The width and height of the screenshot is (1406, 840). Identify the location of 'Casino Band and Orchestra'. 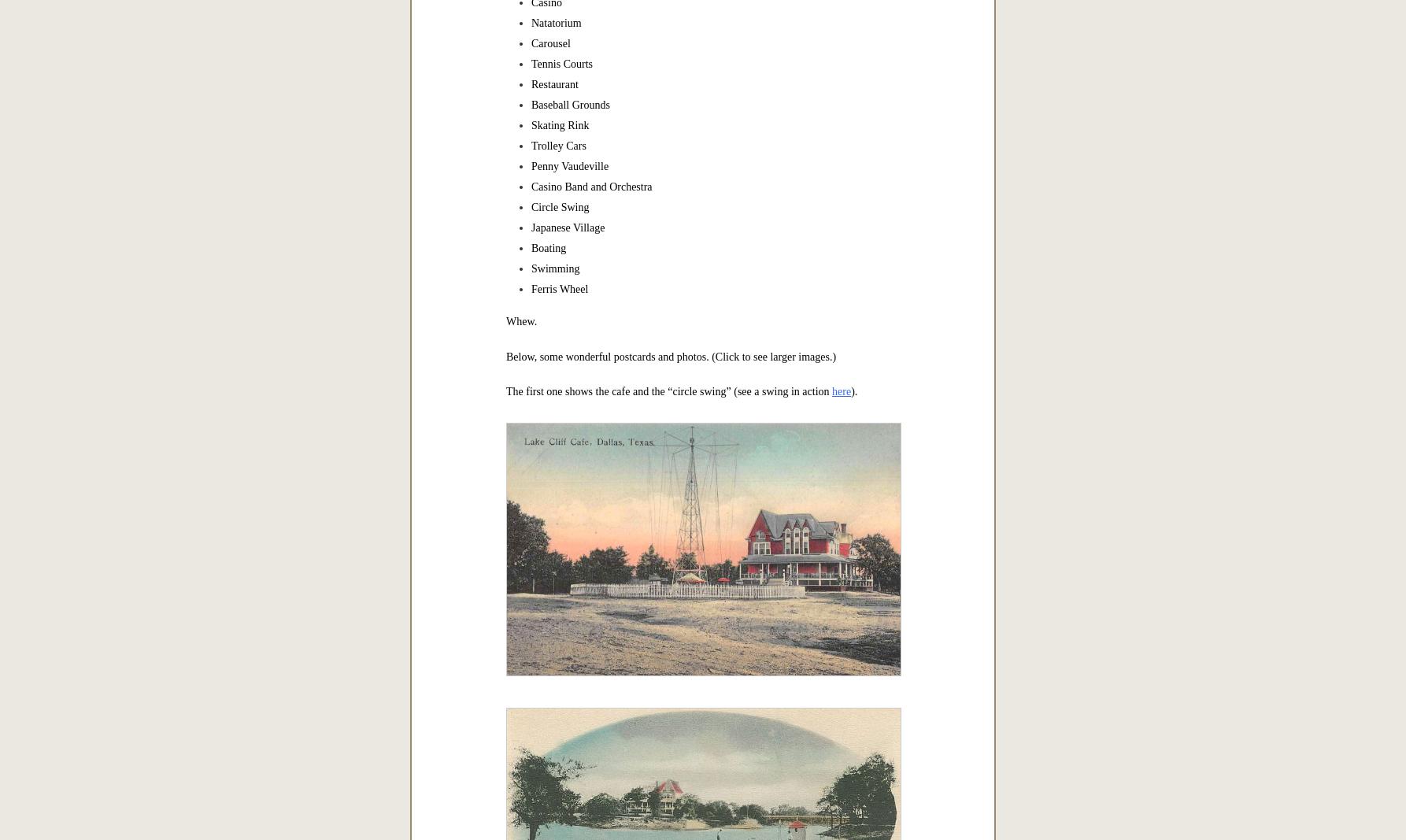
(531, 186).